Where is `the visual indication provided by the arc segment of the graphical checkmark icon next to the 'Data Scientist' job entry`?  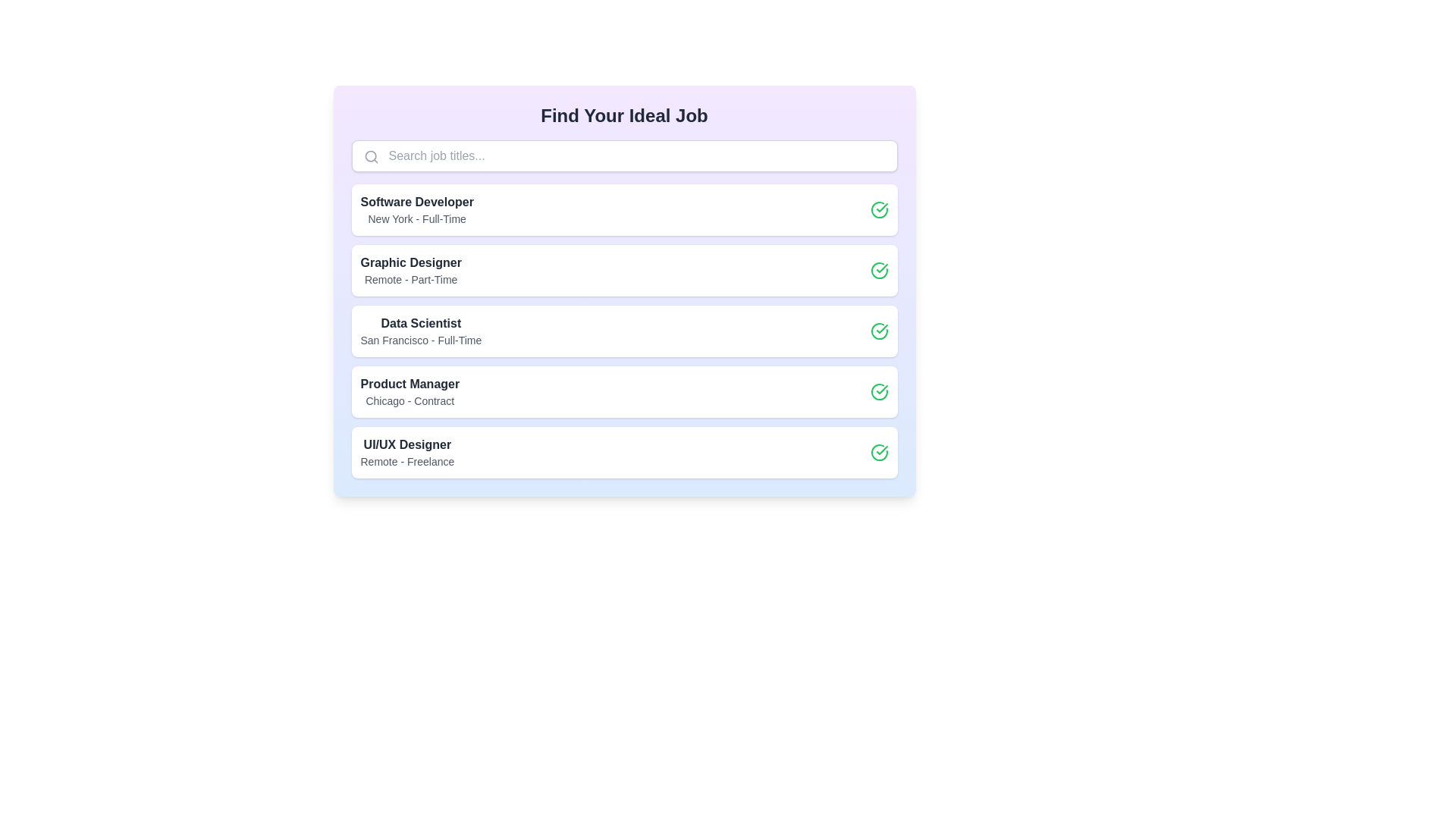 the visual indication provided by the arc segment of the graphical checkmark icon next to the 'Data Scientist' job entry is located at coordinates (879, 330).